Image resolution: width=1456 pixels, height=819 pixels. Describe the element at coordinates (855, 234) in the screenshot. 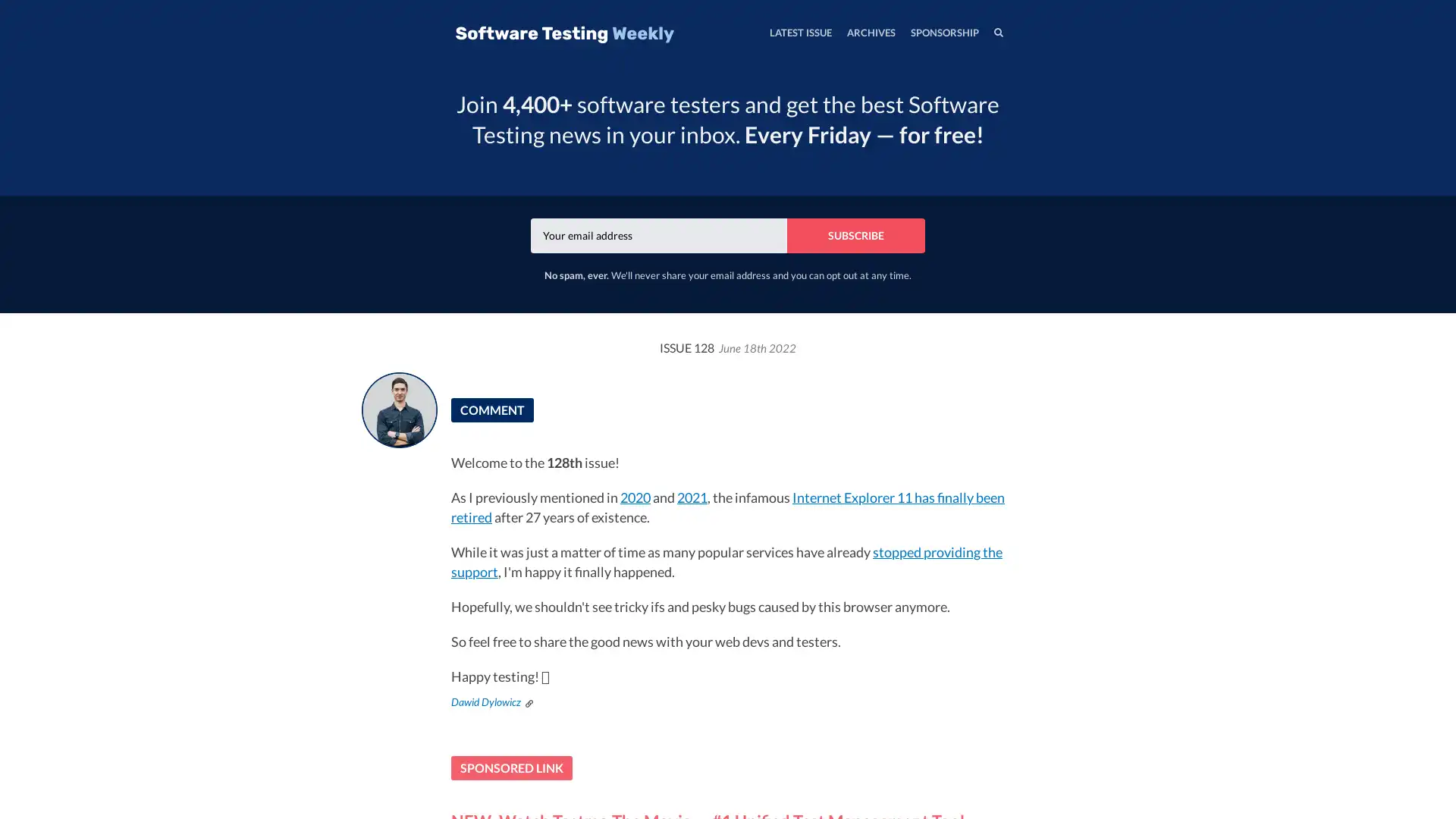

I see `SUBSCRIBE` at that location.